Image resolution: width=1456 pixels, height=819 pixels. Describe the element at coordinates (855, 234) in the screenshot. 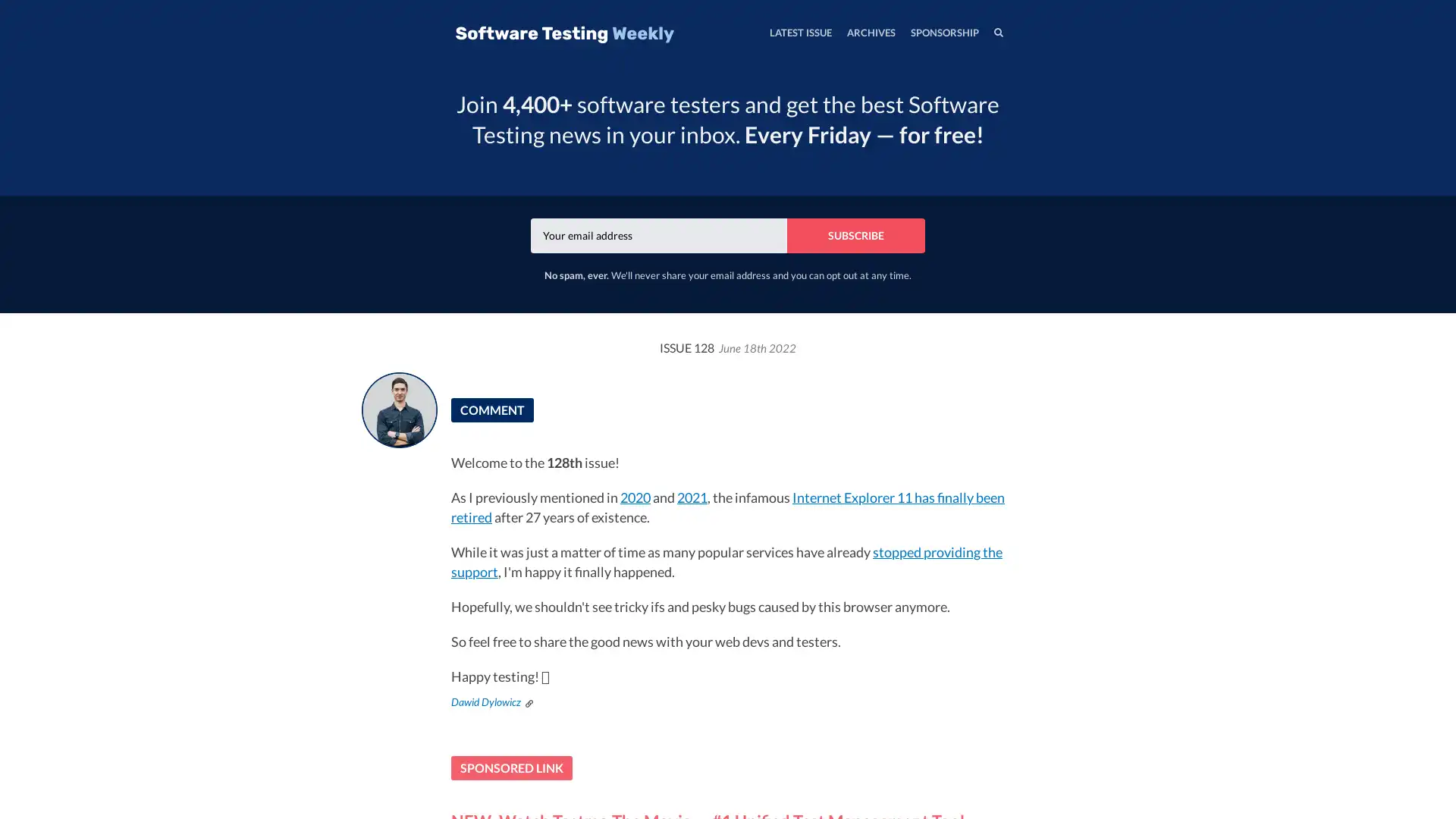

I see `SUBSCRIBE` at that location.